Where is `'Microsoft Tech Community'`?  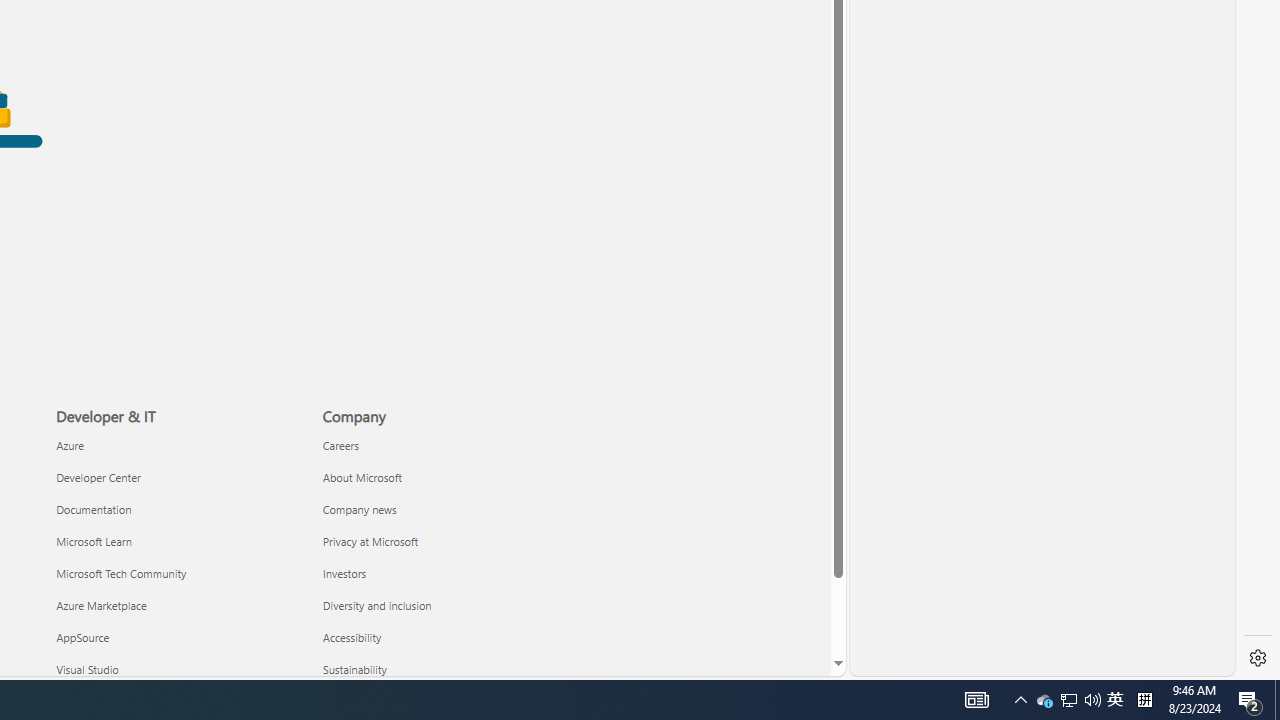 'Microsoft Tech Community' is located at coordinates (177, 573).